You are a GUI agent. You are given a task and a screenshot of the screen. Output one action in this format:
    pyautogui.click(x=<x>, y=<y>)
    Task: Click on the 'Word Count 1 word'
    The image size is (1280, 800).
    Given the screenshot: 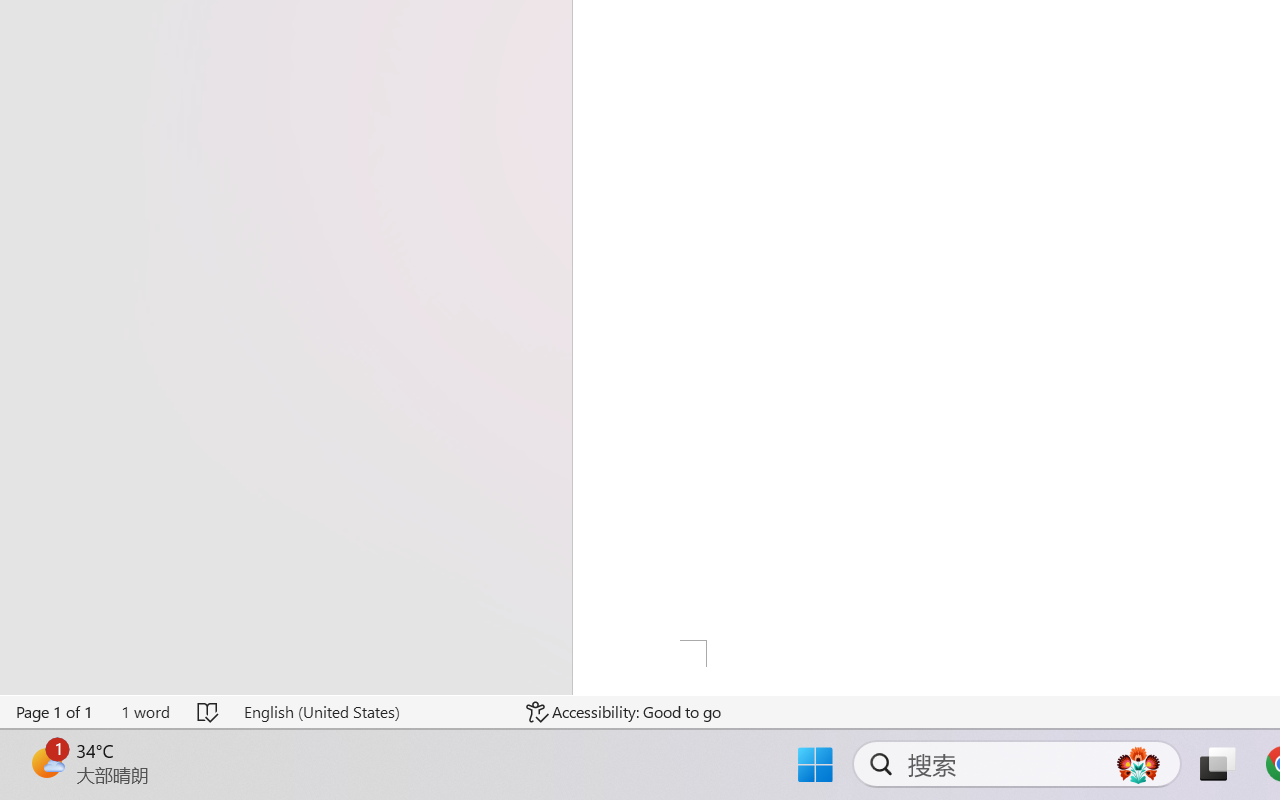 What is the action you would take?
    pyautogui.click(x=144, y=711)
    